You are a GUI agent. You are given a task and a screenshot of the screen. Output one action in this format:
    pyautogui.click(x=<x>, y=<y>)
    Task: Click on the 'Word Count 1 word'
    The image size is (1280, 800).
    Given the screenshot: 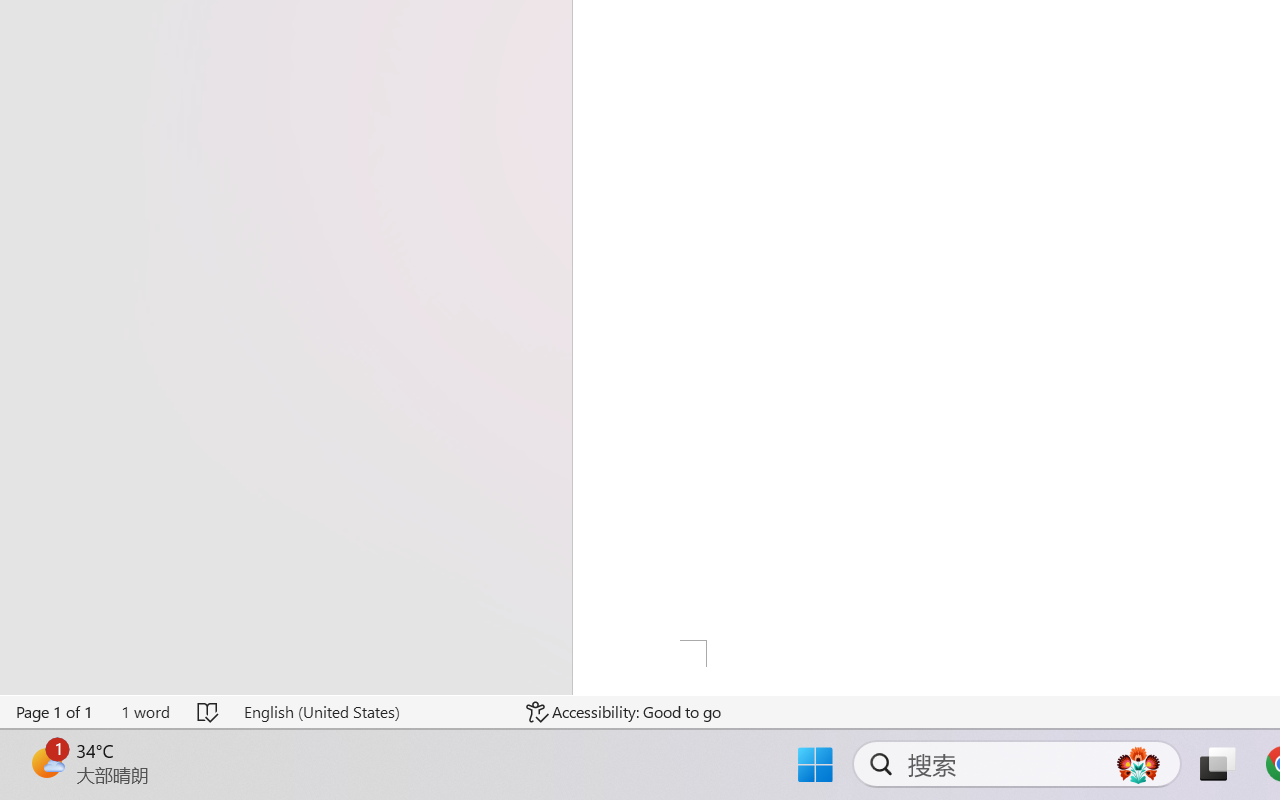 What is the action you would take?
    pyautogui.click(x=144, y=711)
    